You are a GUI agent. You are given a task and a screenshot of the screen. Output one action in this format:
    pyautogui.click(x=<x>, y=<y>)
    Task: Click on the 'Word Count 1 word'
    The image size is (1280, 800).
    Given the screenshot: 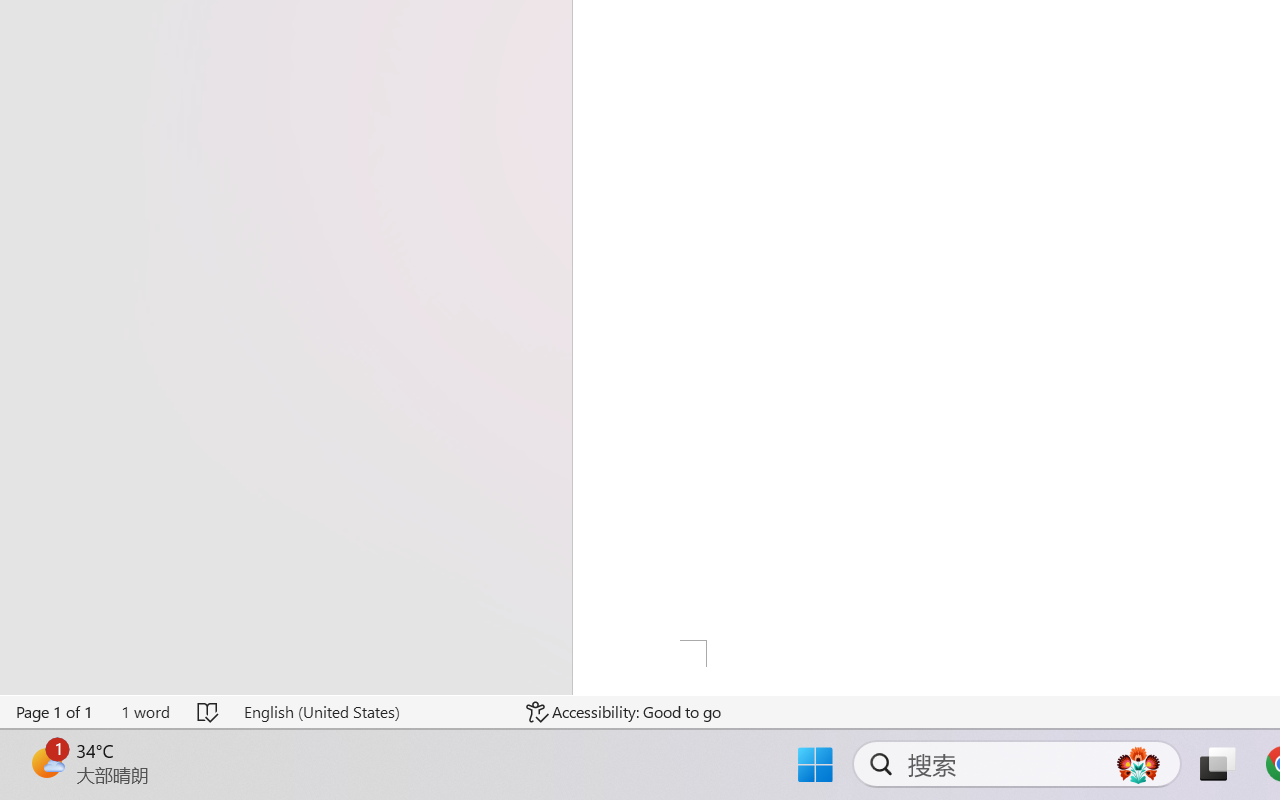 What is the action you would take?
    pyautogui.click(x=144, y=711)
    